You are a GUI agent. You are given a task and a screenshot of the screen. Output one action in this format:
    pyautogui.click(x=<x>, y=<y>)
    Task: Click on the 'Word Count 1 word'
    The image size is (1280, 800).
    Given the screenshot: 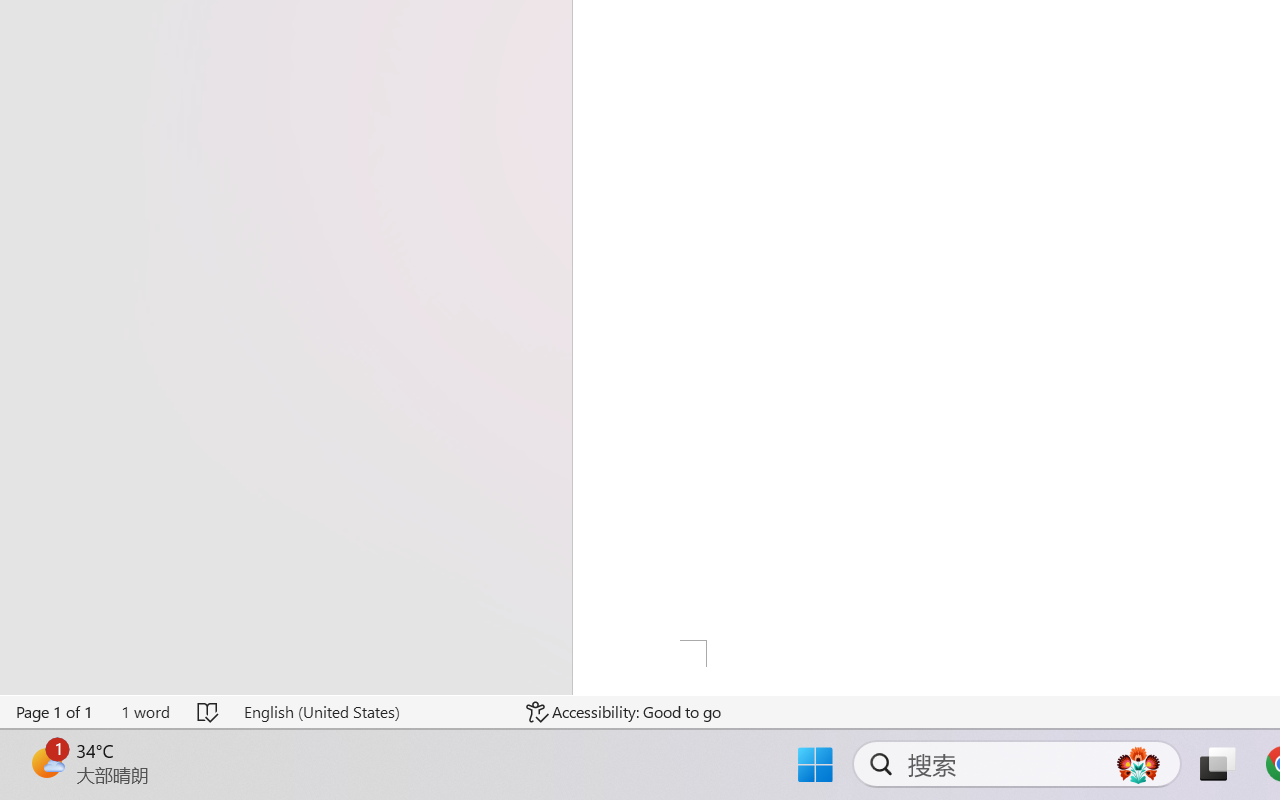 What is the action you would take?
    pyautogui.click(x=144, y=711)
    